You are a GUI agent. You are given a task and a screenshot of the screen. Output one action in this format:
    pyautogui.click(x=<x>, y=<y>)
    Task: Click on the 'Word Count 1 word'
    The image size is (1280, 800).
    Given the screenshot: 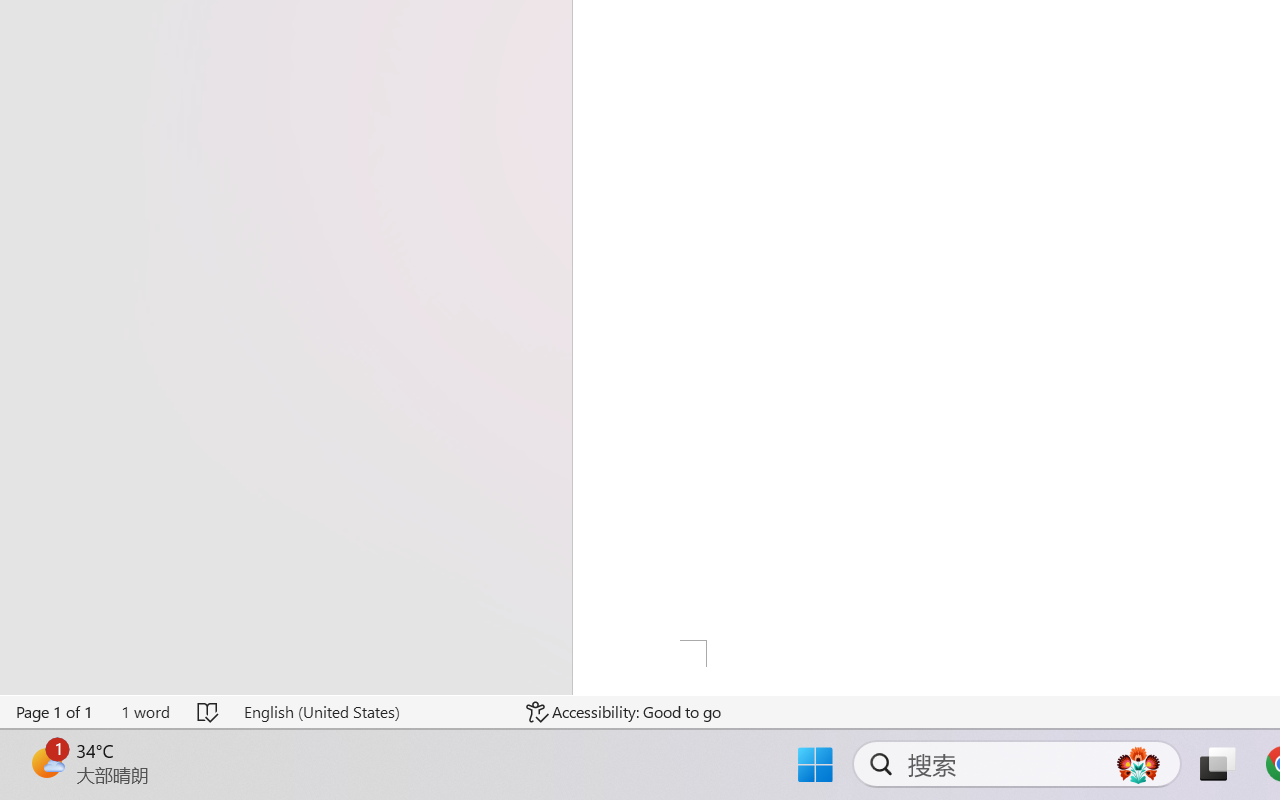 What is the action you would take?
    pyautogui.click(x=144, y=711)
    